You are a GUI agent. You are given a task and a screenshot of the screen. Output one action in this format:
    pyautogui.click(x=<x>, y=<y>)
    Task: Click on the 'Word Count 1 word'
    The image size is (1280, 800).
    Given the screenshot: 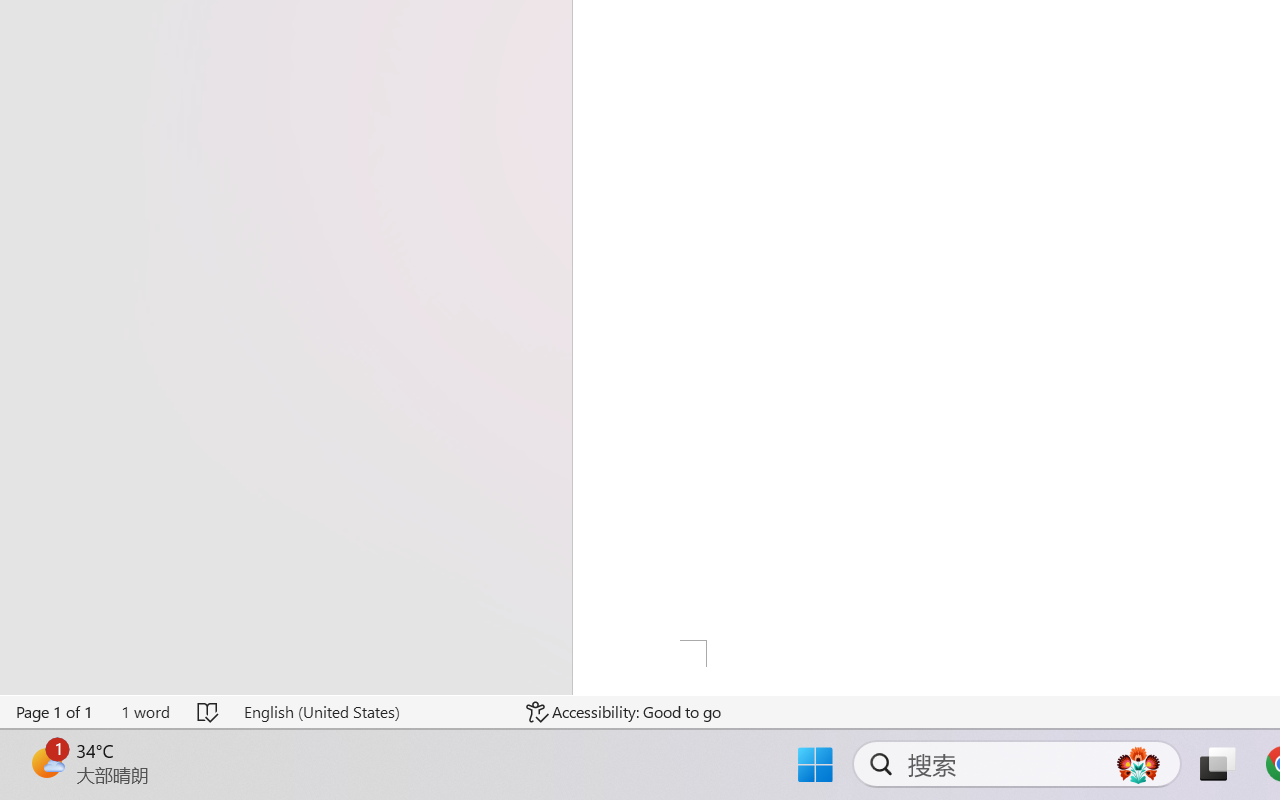 What is the action you would take?
    pyautogui.click(x=144, y=711)
    